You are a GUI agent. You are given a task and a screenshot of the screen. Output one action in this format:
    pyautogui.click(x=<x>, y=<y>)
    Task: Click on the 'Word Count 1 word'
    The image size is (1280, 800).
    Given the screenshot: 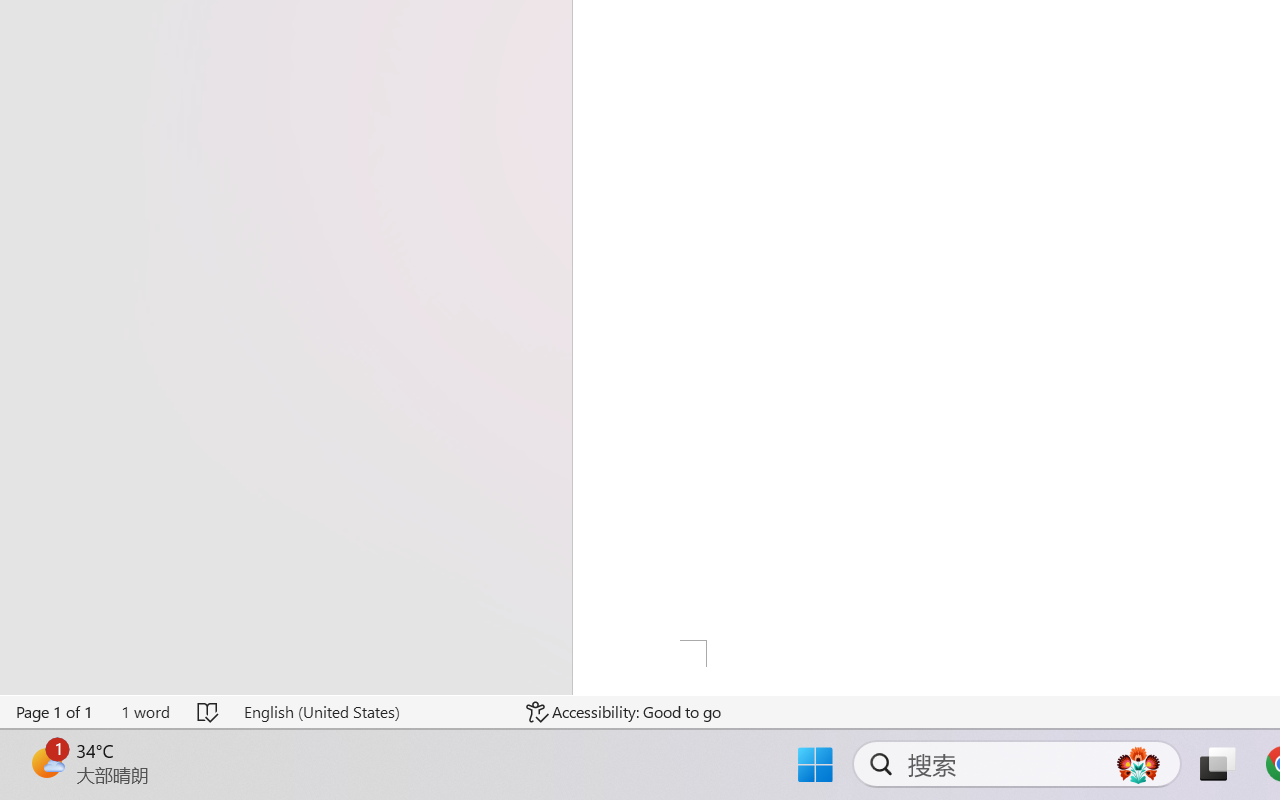 What is the action you would take?
    pyautogui.click(x=144, y=711)
    